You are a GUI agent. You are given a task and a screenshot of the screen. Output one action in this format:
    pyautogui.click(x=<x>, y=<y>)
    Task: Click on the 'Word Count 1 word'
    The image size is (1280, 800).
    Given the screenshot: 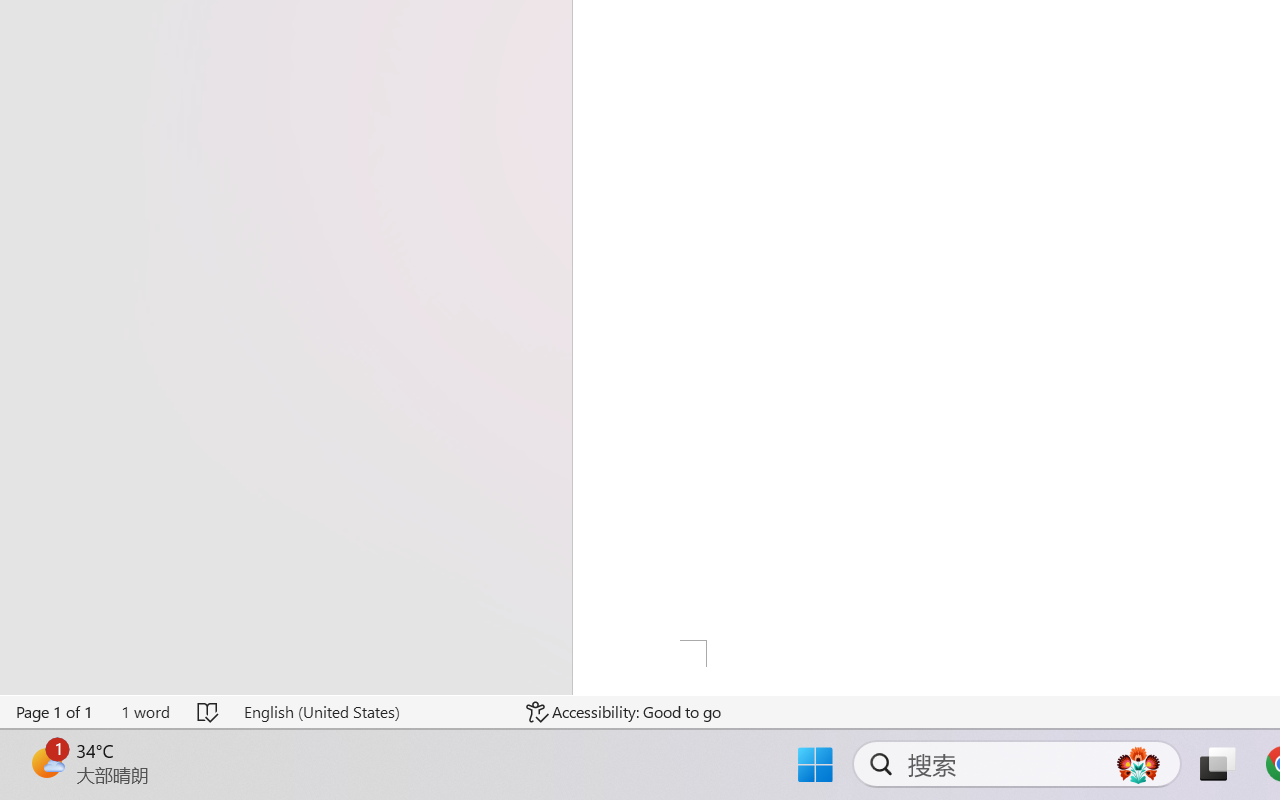 What is the action you would take?
    pyautogui.click(x=144, y=711)
    